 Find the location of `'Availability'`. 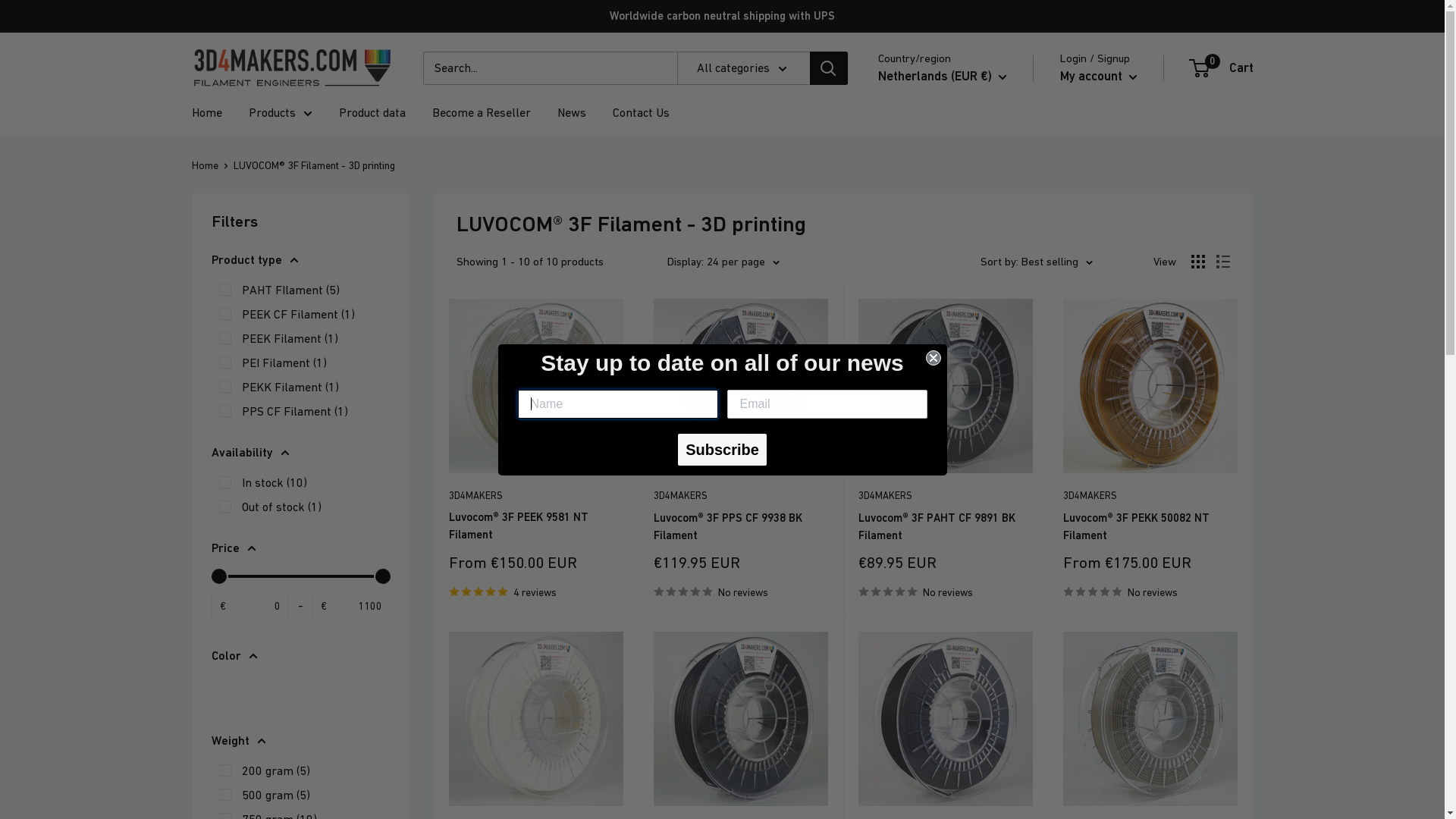

'Availability' is located at coordinates (210, 452).